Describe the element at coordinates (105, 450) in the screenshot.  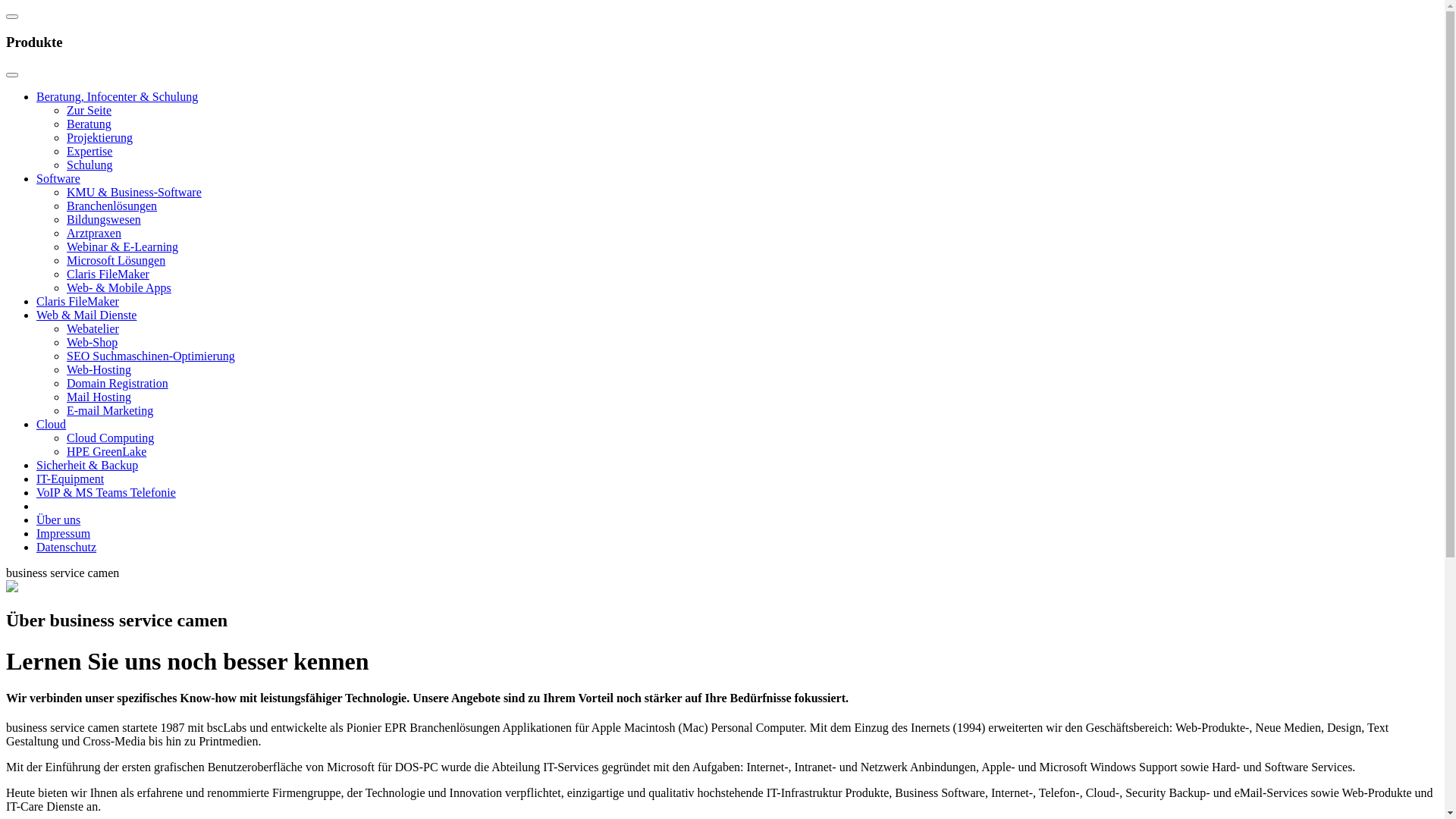
I see `'HPE GreenLake'` at that location.